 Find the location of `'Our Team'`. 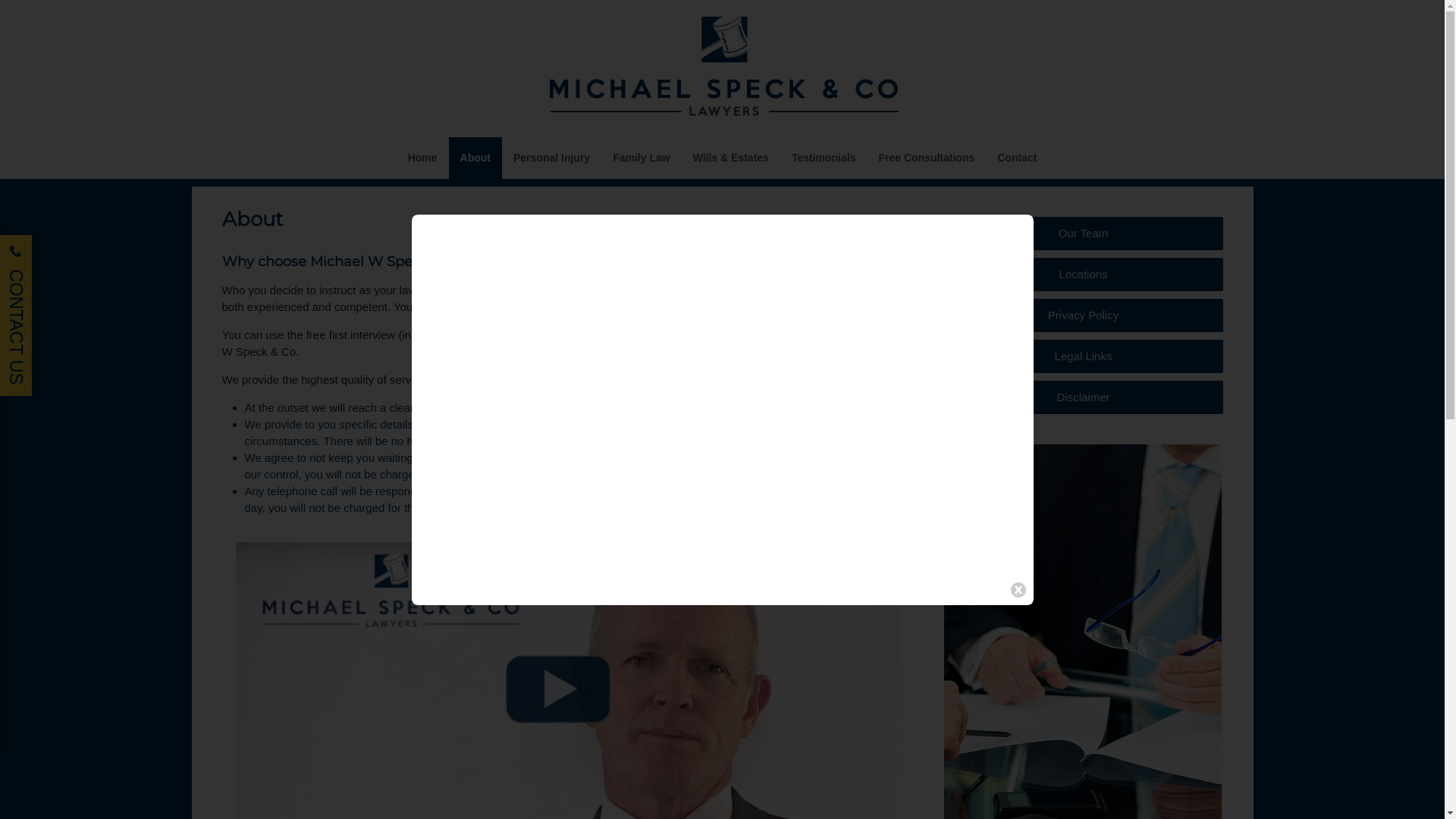

'Our Team' is located at coordinates (1082, 234).